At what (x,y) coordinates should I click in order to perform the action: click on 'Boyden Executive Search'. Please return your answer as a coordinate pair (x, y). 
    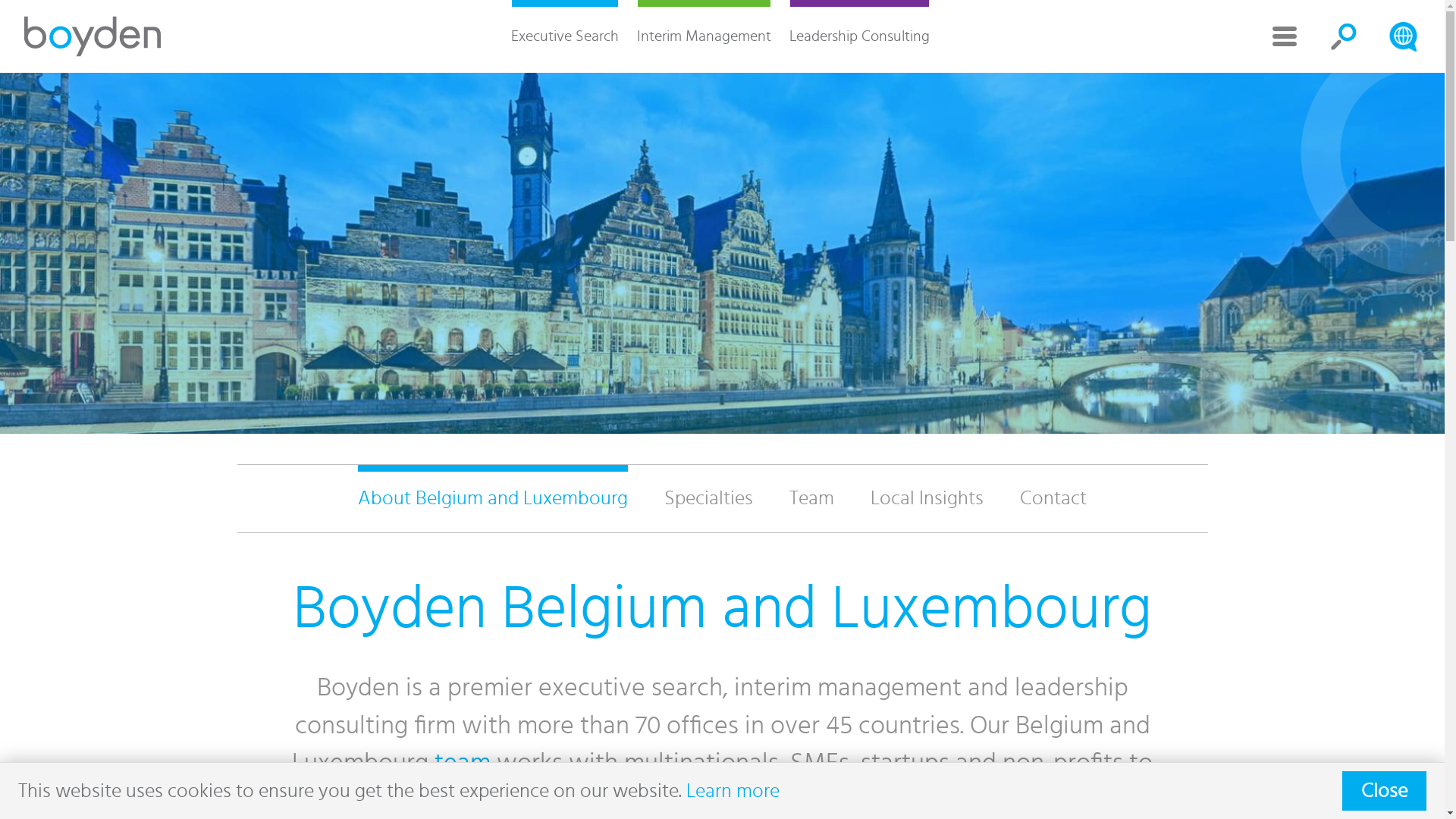
    Looking at the image, I should click on (91, 35).